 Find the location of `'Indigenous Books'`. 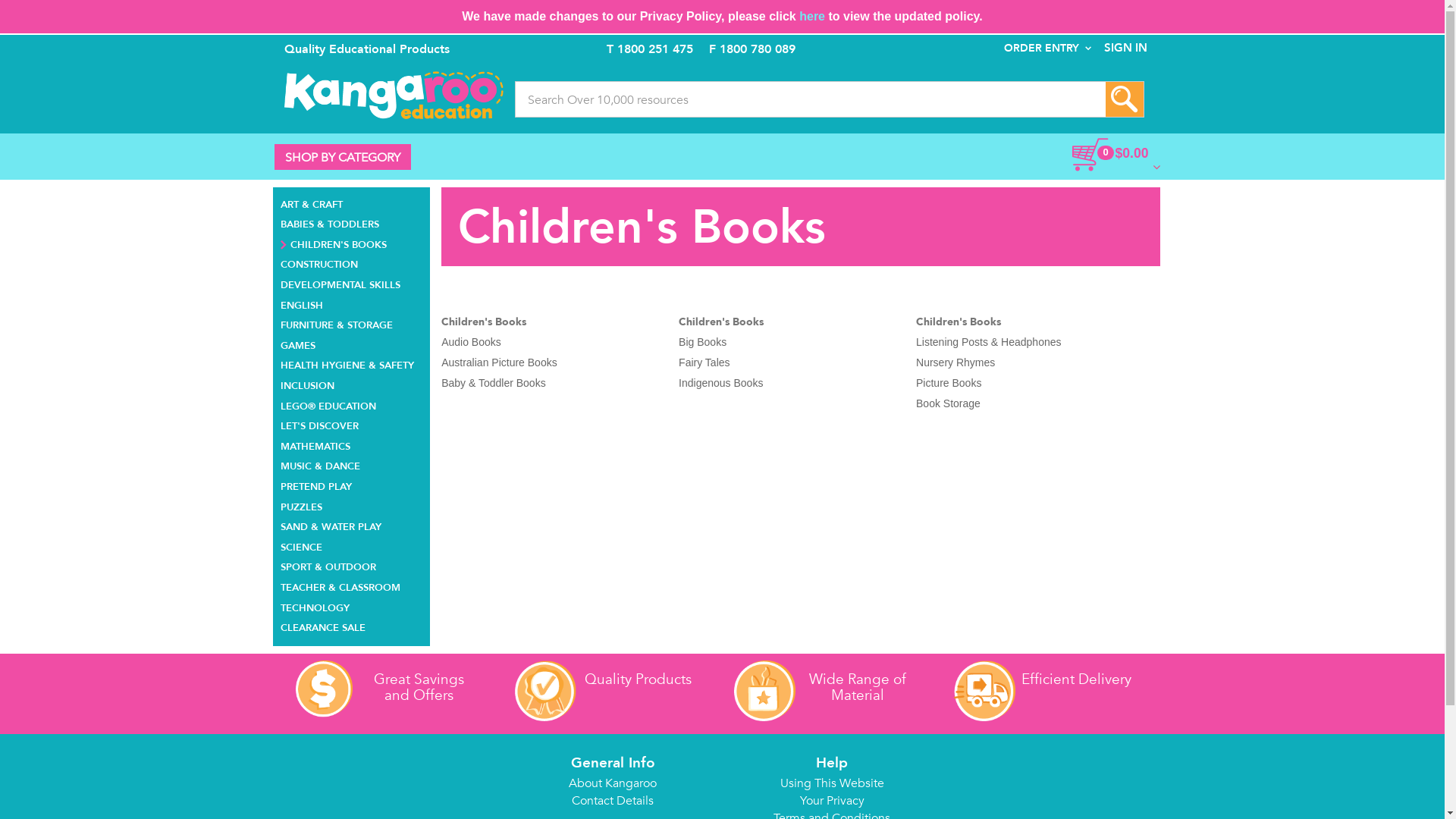

'Indigenous Books' is located at coordinates (720, 382).